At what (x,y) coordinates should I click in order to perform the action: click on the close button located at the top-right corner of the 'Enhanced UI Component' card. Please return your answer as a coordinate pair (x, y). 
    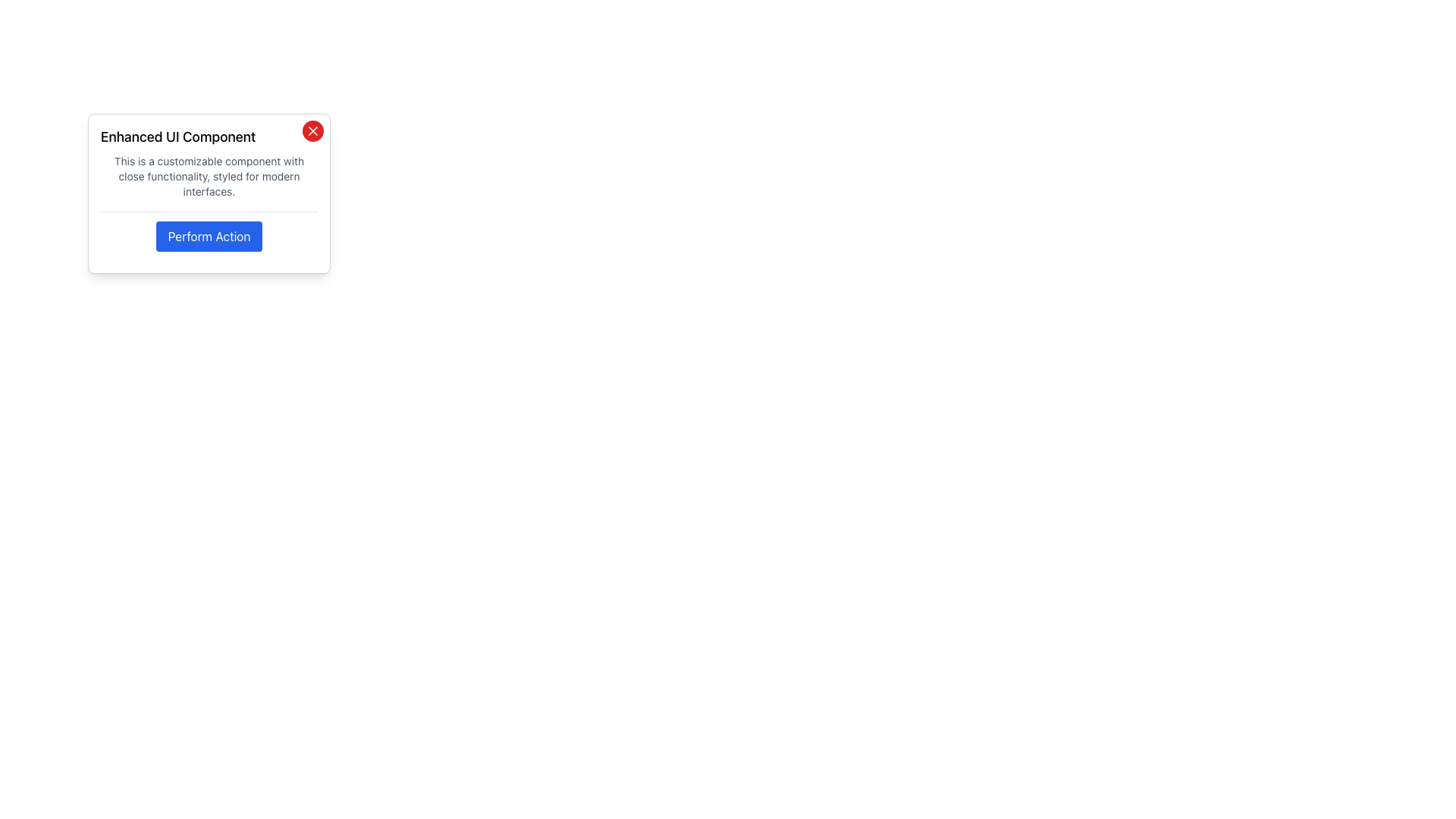
    Looking at the image, I should click on (312, 130).